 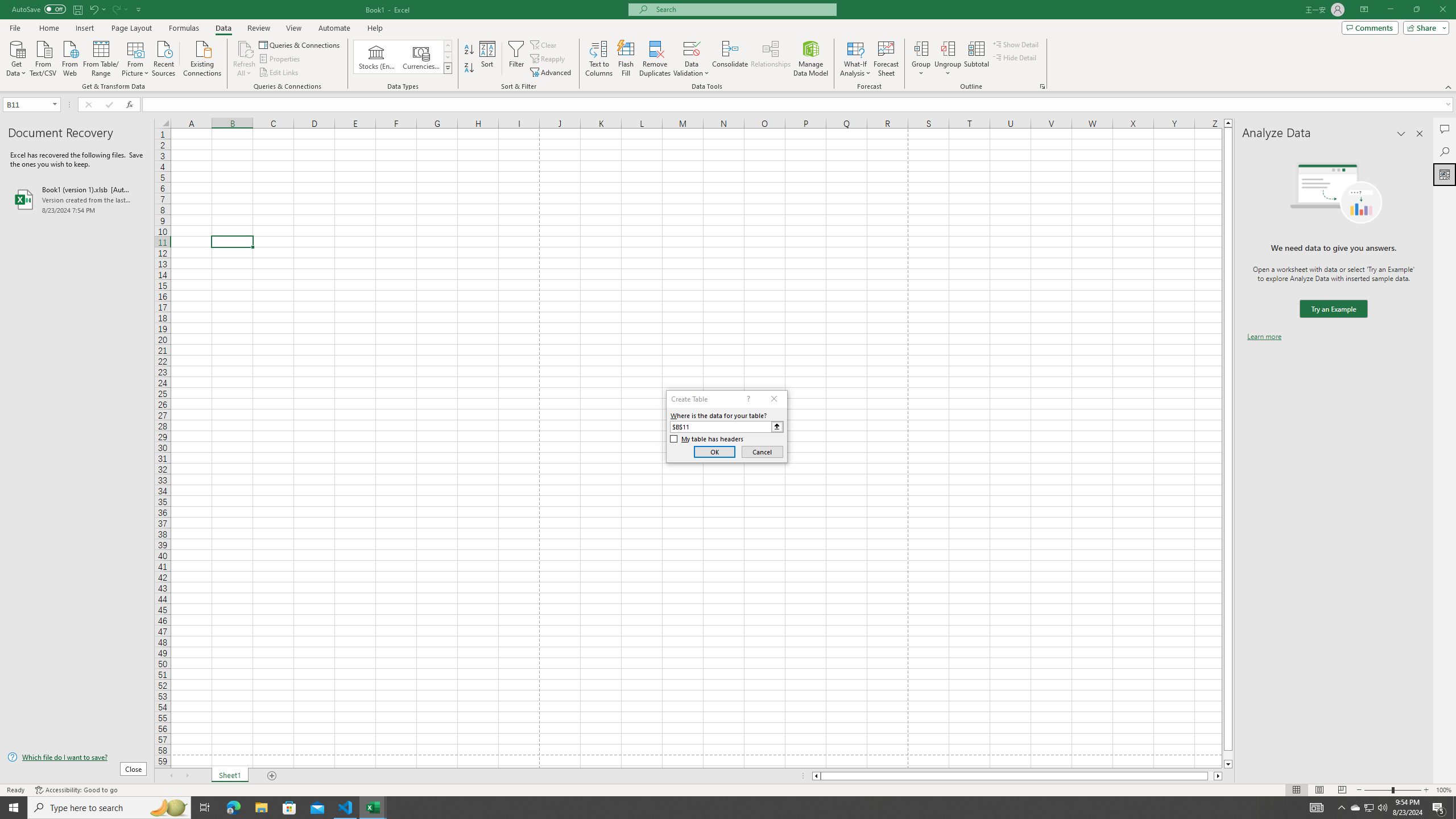 I want to click on 'Search', so click(x=1444, y=152).